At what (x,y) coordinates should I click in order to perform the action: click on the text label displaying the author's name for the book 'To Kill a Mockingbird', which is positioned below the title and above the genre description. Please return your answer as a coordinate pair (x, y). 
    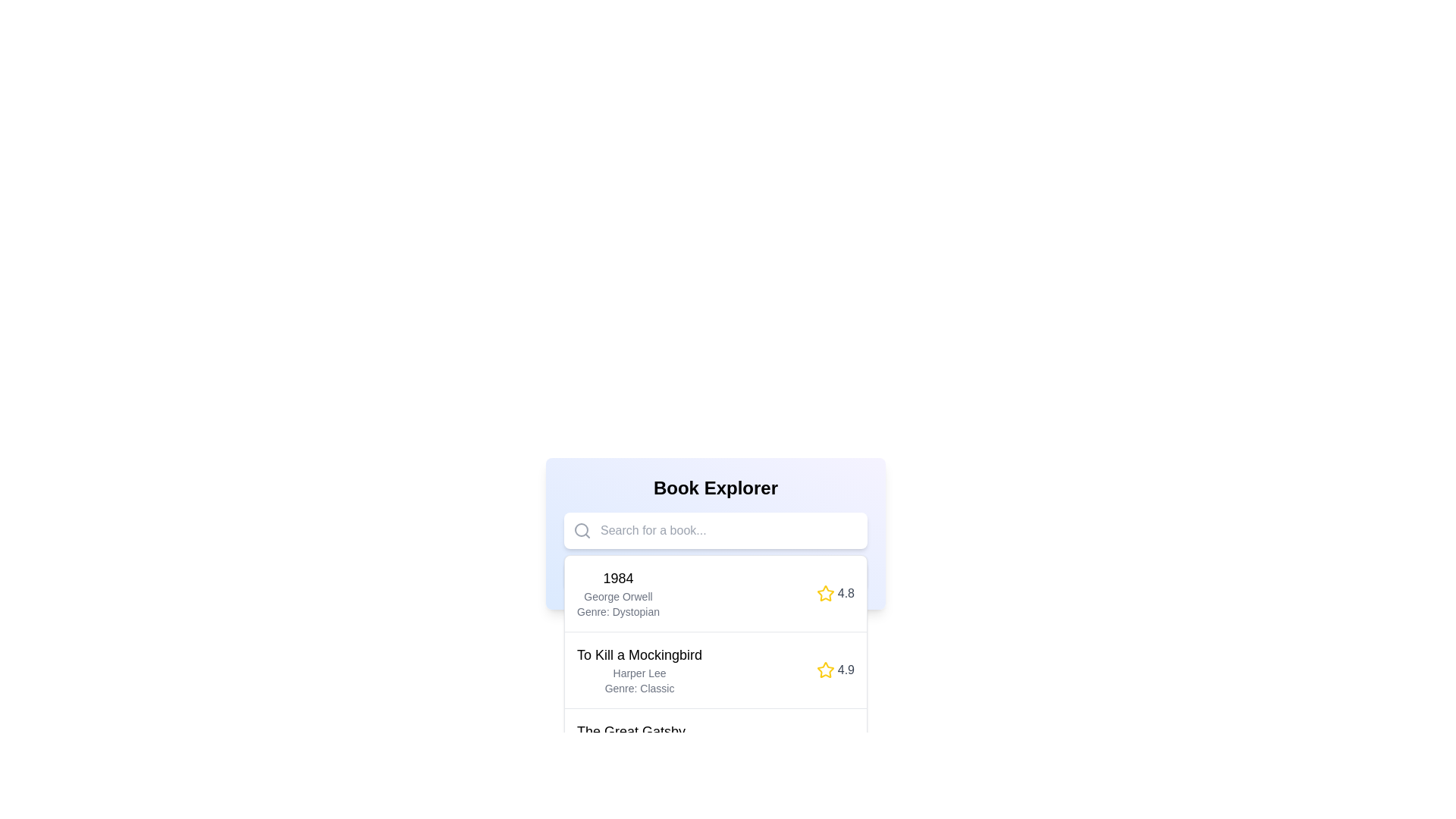
    Looking at the image, I should click on (639, 672).